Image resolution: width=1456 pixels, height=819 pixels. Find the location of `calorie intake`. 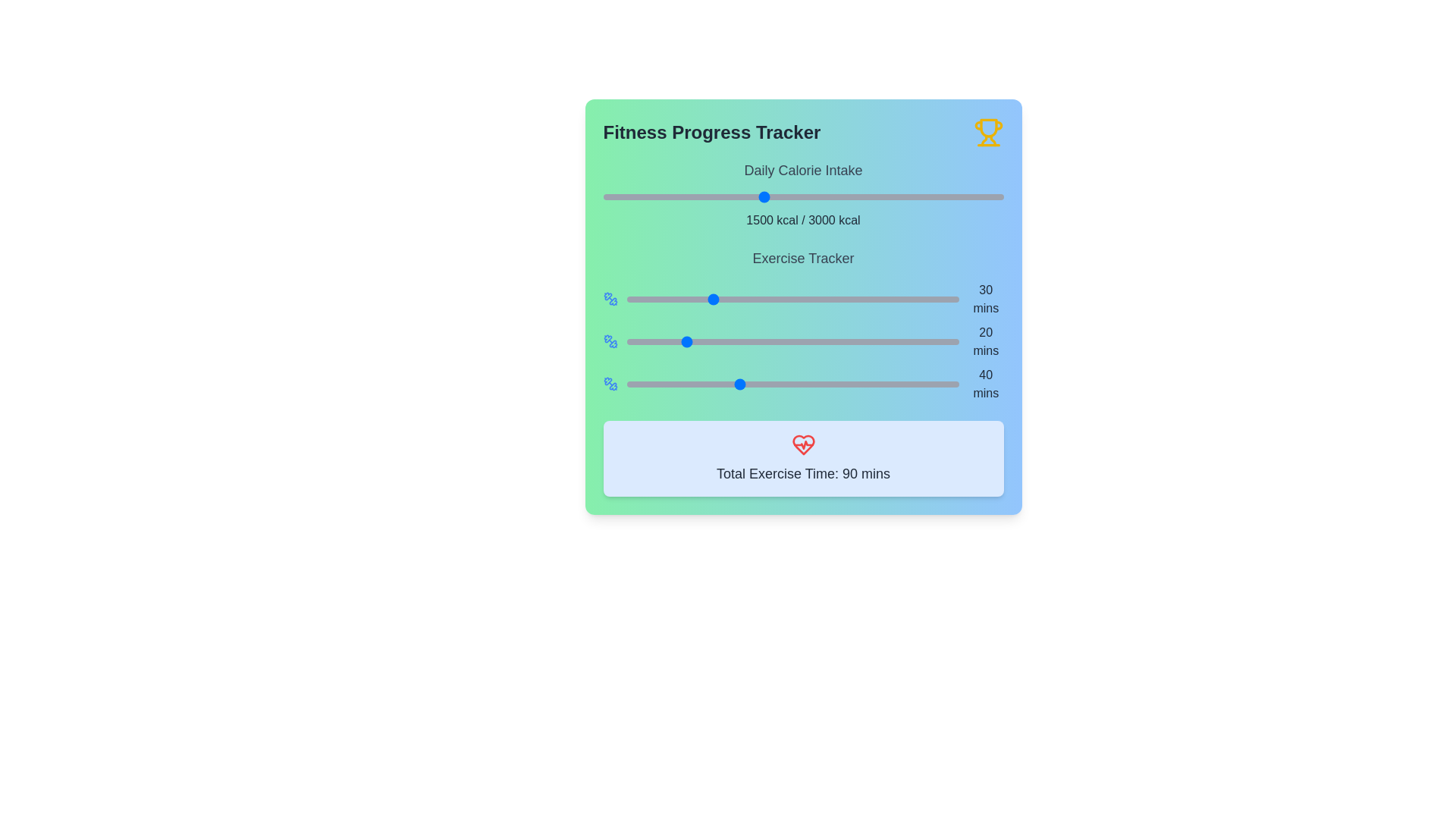

calorie intake is located at coordinates (648, 196).